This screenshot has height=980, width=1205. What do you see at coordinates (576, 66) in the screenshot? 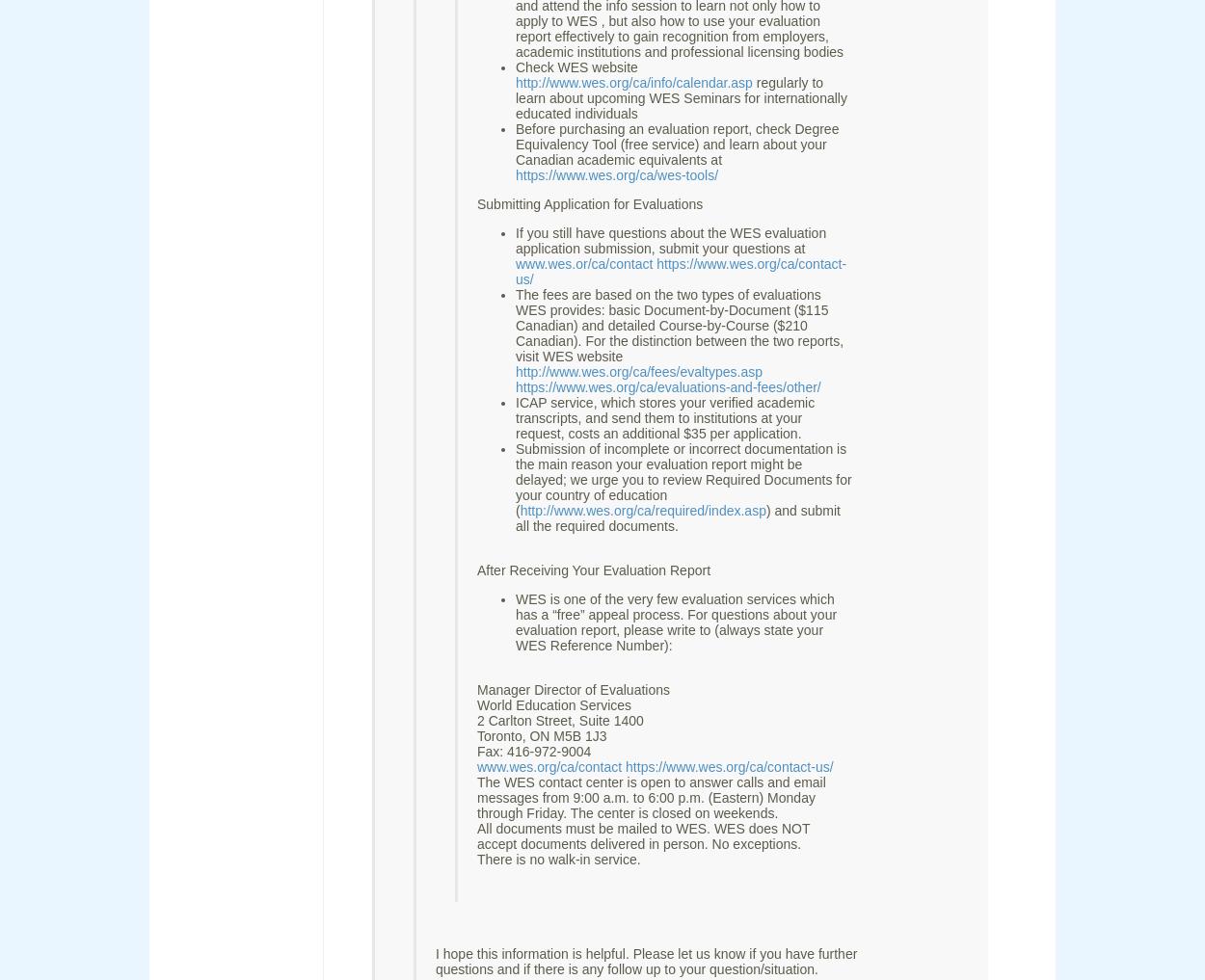
I see `'Check WES website'` at bounding box center [576, 66].